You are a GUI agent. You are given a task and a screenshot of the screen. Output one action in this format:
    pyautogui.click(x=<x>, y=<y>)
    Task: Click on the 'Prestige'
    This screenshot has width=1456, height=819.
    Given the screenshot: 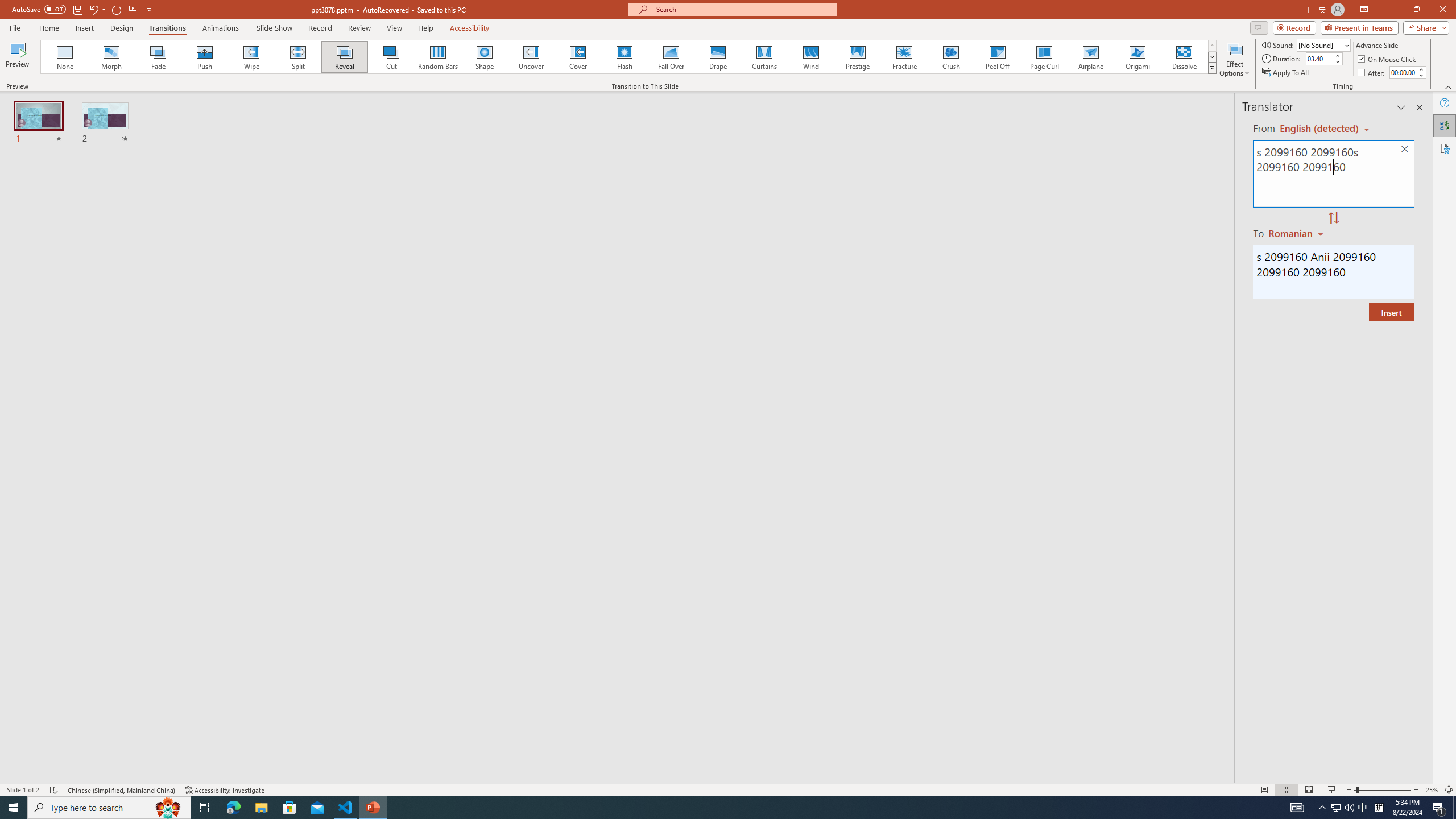 What is the action you would take?
    pyautogui.click(x=857, y=56)
    